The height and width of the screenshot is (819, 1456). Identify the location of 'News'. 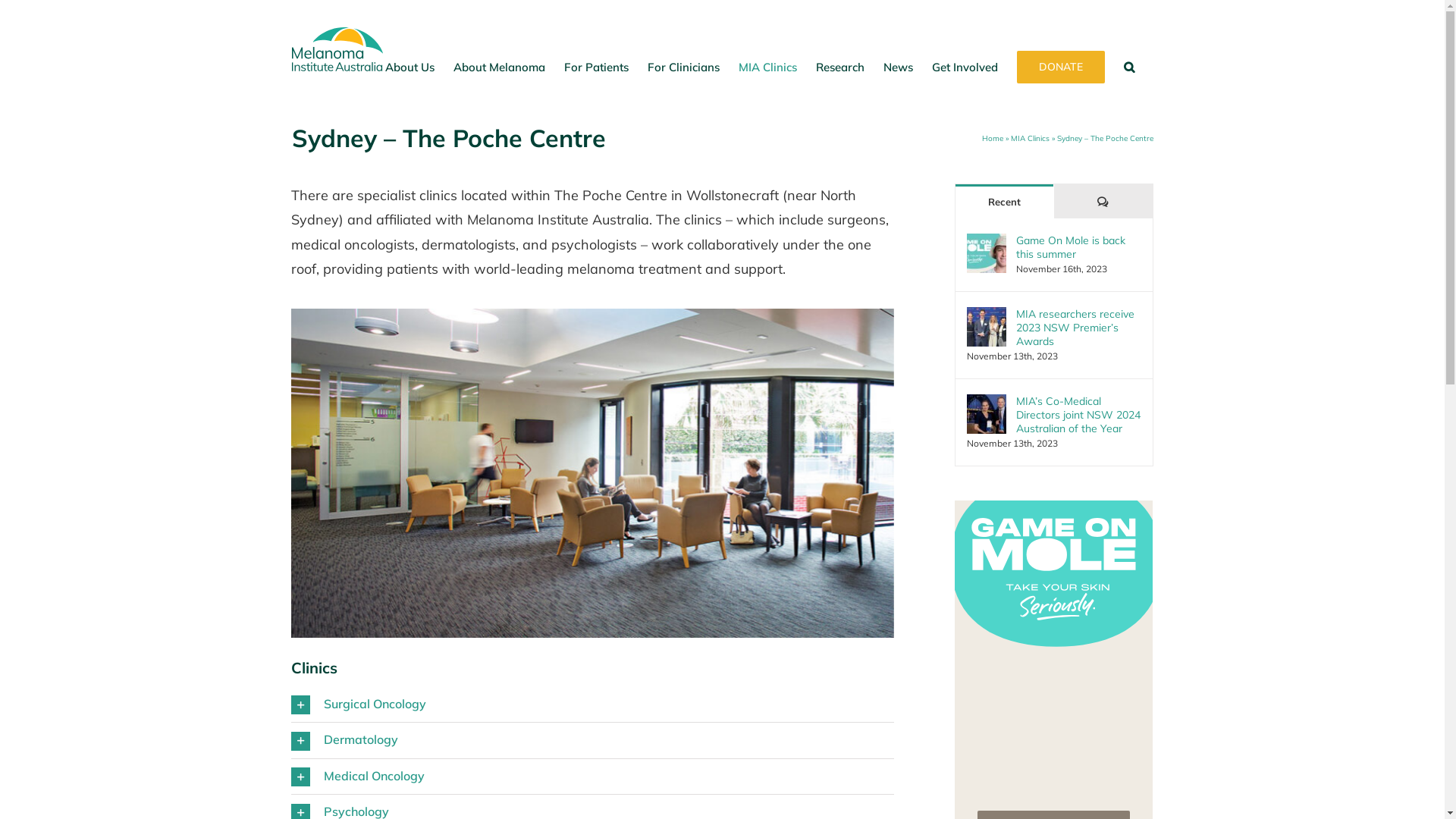
(897, 66).